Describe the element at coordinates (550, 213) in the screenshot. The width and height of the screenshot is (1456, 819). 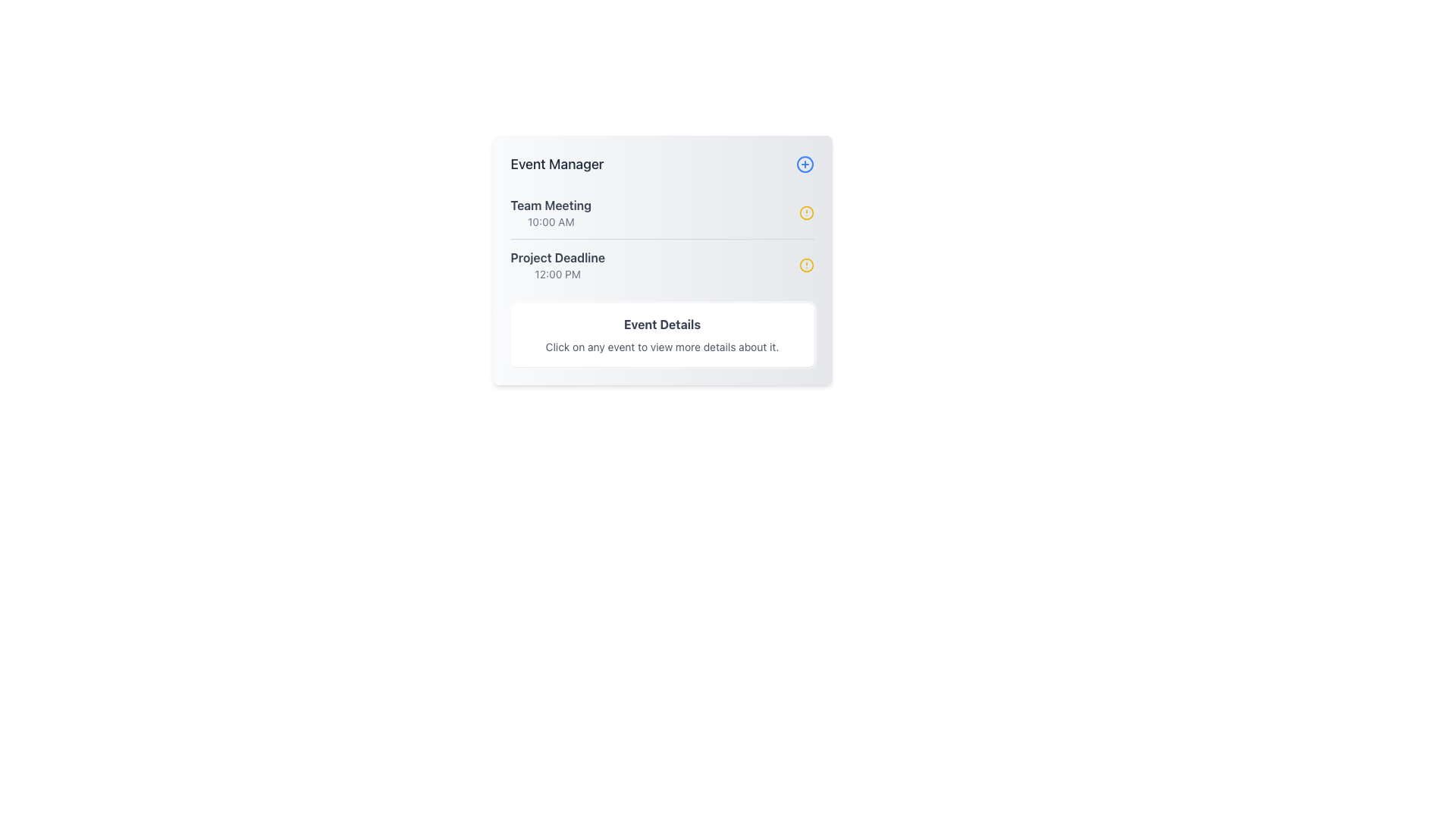
I see `the 'Team Meeting' text block in the 'Event Manager' section` at that location.